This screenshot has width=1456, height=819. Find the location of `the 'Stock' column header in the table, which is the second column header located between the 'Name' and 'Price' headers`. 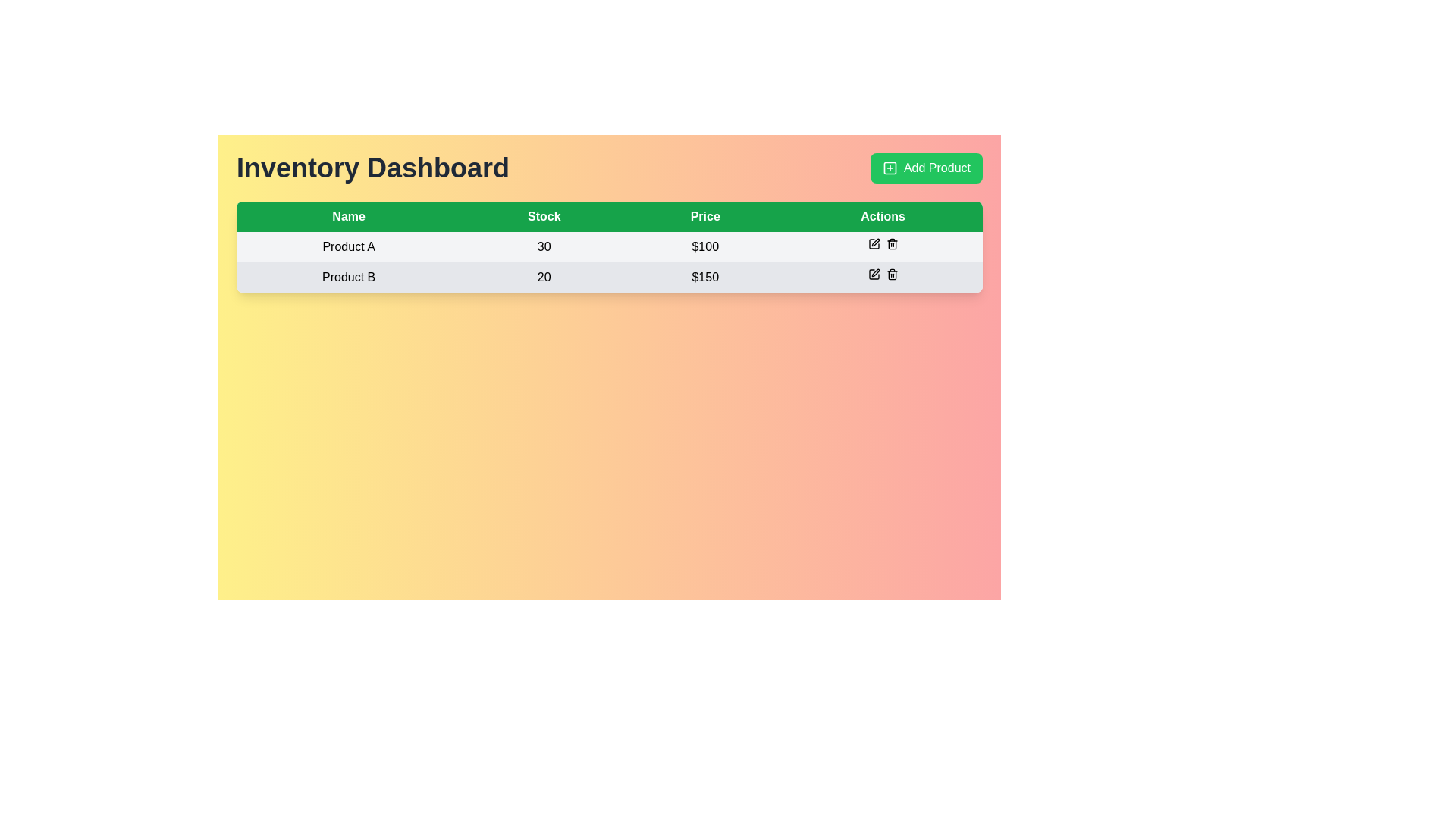

the 'Stock' column header in the table, which is the second column header located between the 'Name' and 'Price' headers is located at coordinates (544, 216).